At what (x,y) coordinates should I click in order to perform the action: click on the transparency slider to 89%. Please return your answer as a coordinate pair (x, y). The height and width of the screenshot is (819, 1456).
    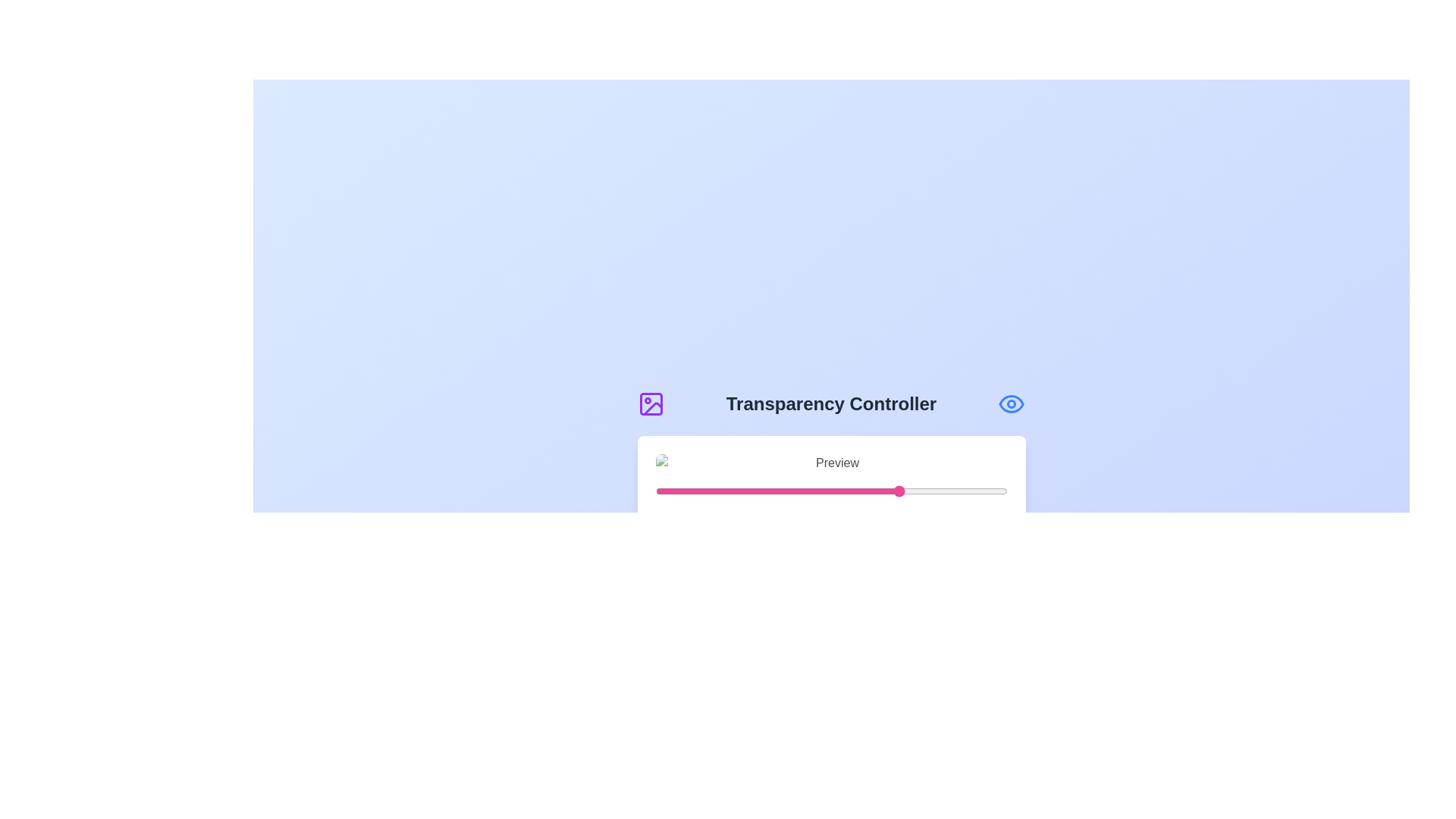
    Looking at the image, I should click on (968, 491).